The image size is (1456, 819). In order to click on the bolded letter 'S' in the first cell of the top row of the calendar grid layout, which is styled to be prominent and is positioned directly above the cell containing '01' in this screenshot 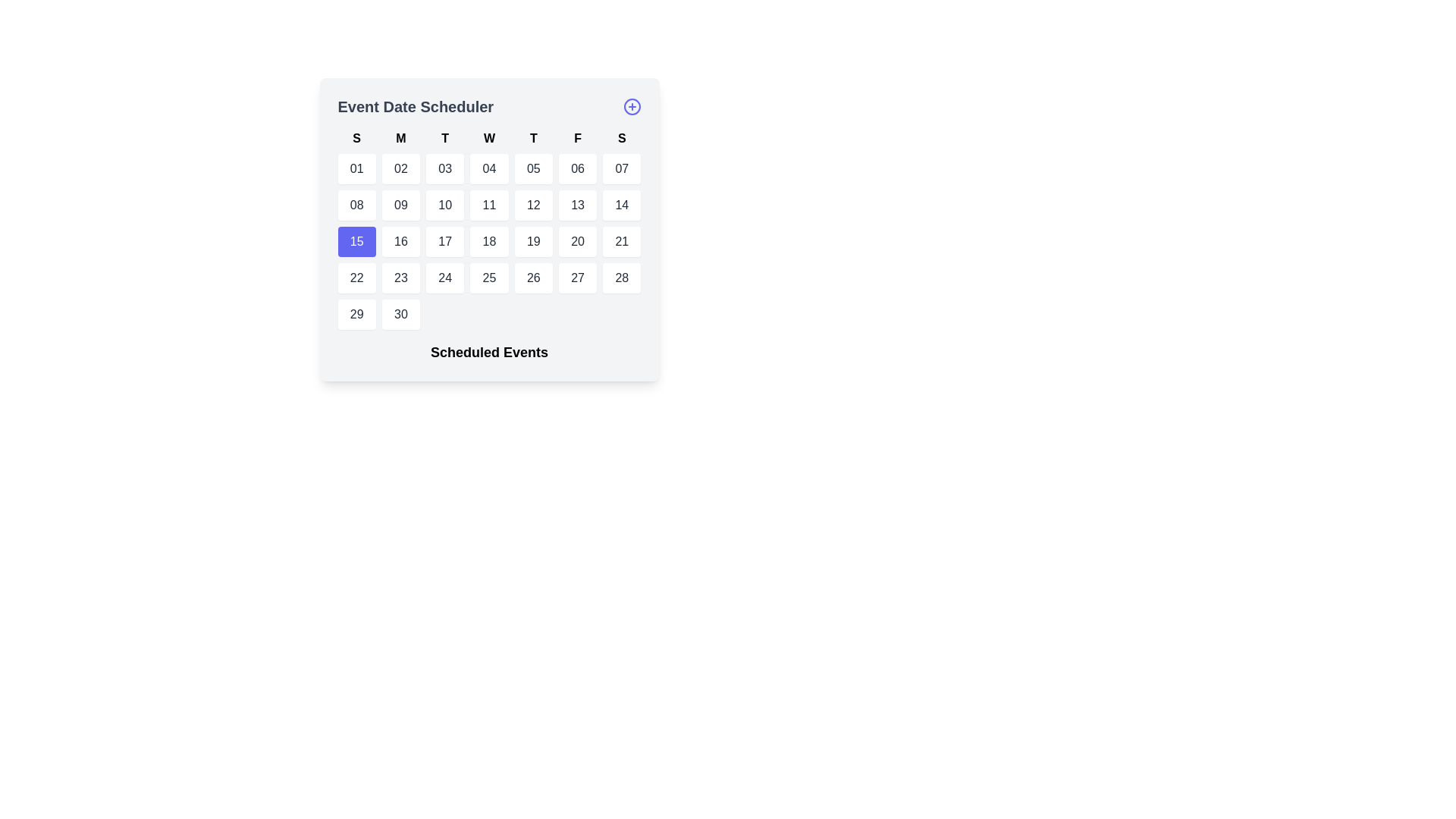, I will do `click(356, 138)`.